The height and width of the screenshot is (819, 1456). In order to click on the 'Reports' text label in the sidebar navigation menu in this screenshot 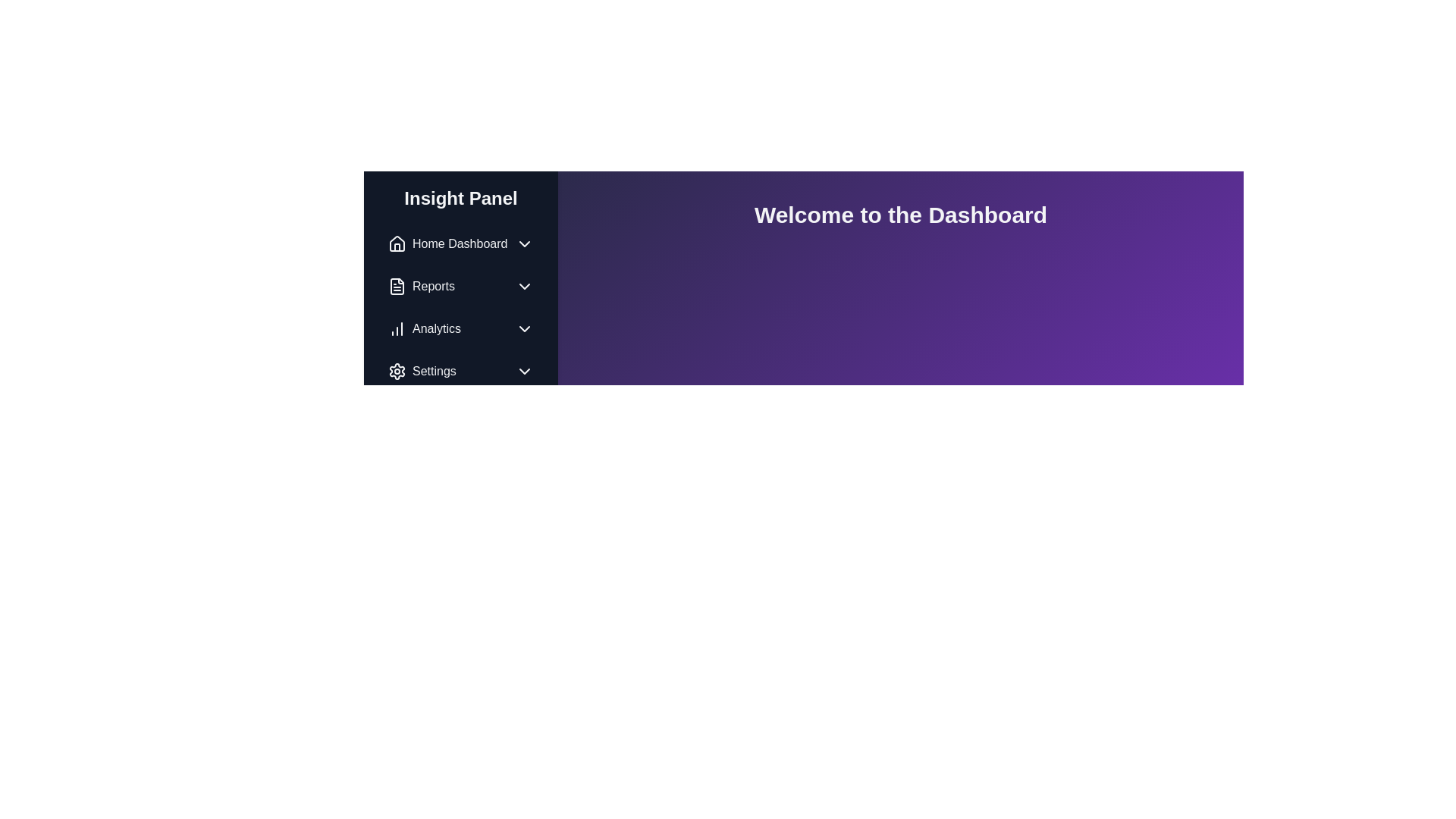, I will do `click(432, 287)`.